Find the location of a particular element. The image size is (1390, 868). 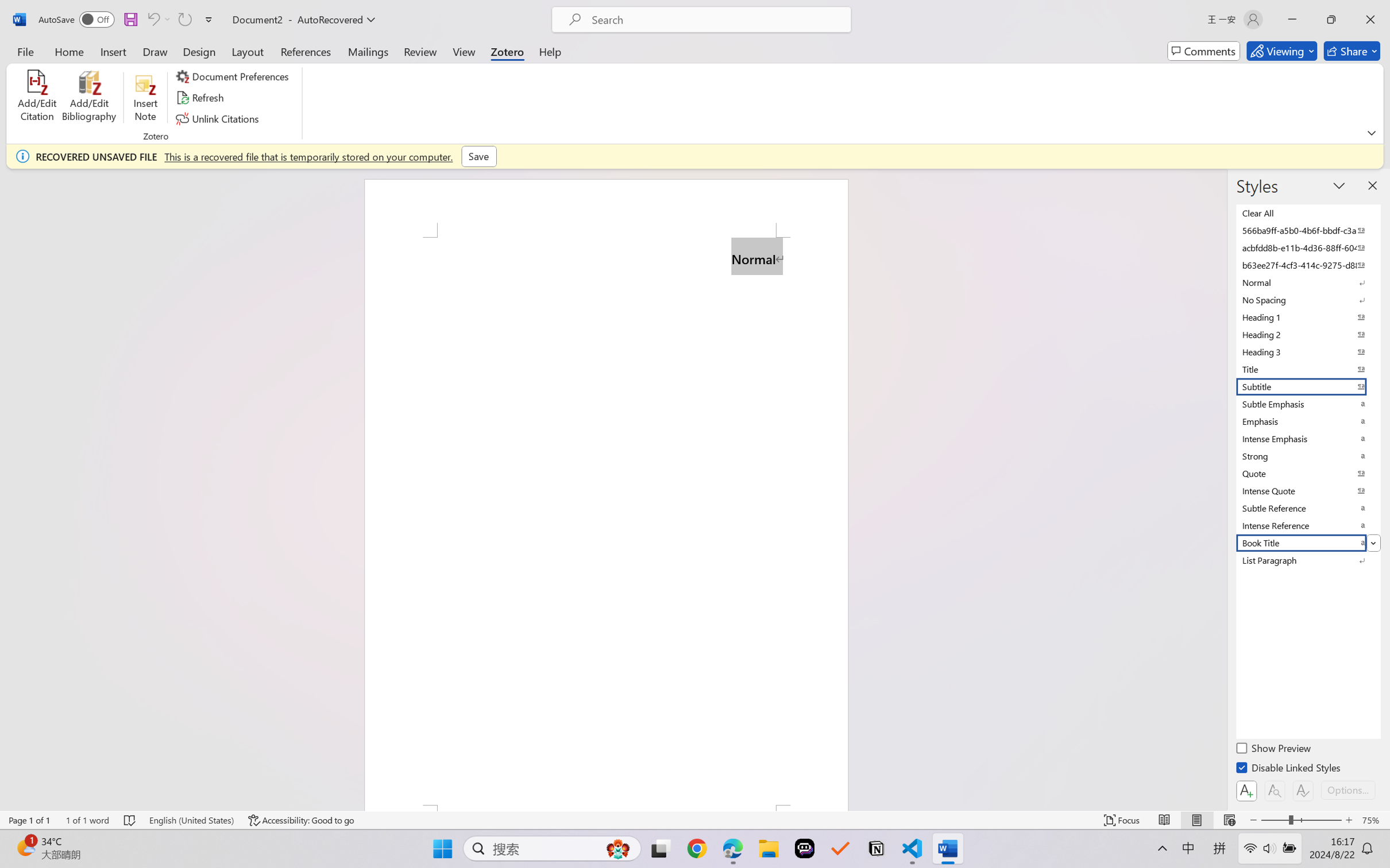

'Quote' is located at coordinates (1307, 473).